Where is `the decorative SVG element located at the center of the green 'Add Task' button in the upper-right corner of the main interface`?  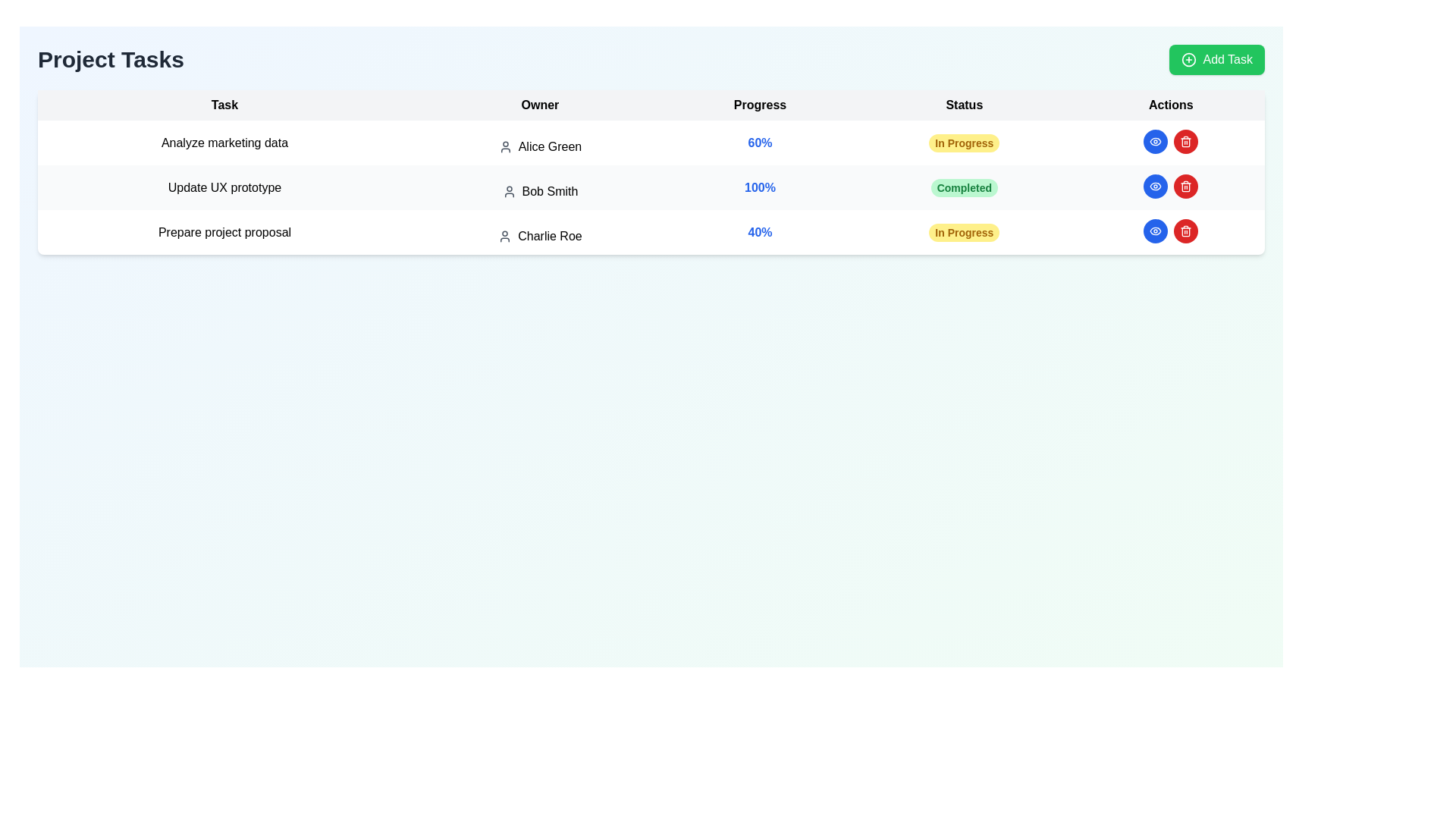
the decorative SVG element located at the center of the green 'Add Task' button in the upper-right corner of the main interface is located at coordinates (1188, 58).